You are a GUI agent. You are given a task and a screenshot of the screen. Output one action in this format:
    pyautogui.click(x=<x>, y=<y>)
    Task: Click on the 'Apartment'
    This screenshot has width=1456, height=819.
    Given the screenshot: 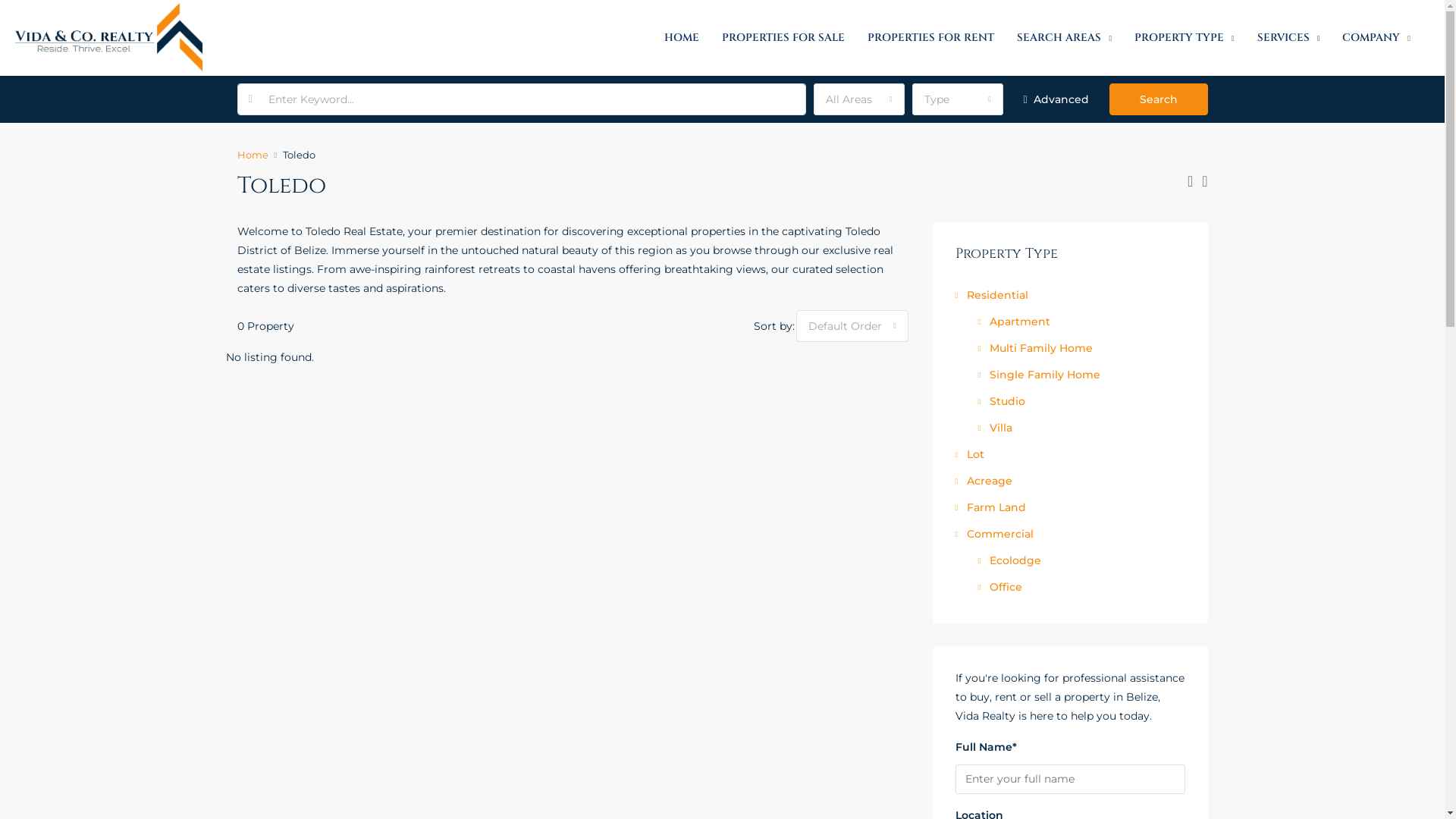 What is the action you would take?
    pyautogui.click(x=1014, y=321)
    